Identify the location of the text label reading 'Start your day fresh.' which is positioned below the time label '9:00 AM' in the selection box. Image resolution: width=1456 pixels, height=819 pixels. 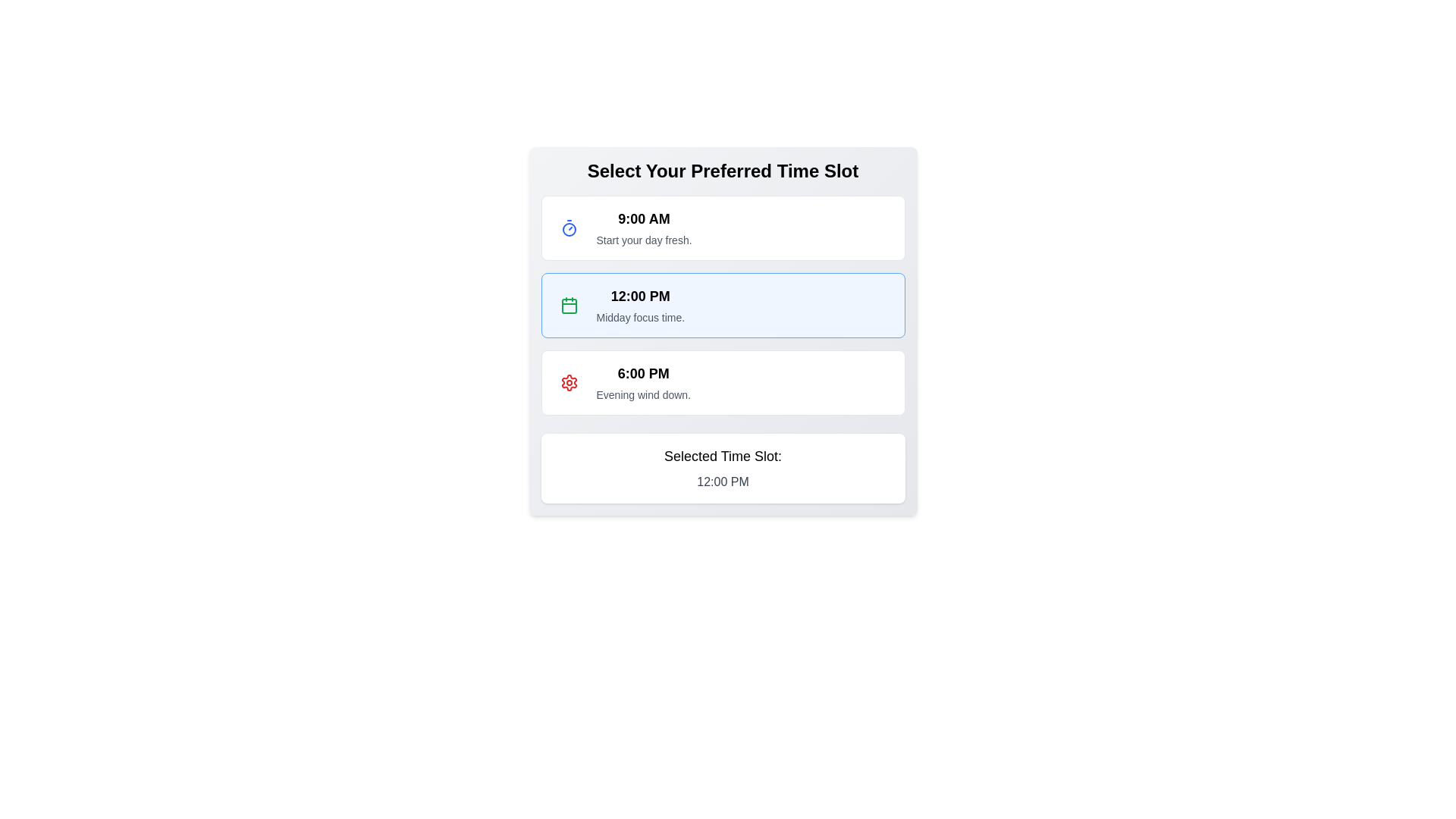
(644, 239).